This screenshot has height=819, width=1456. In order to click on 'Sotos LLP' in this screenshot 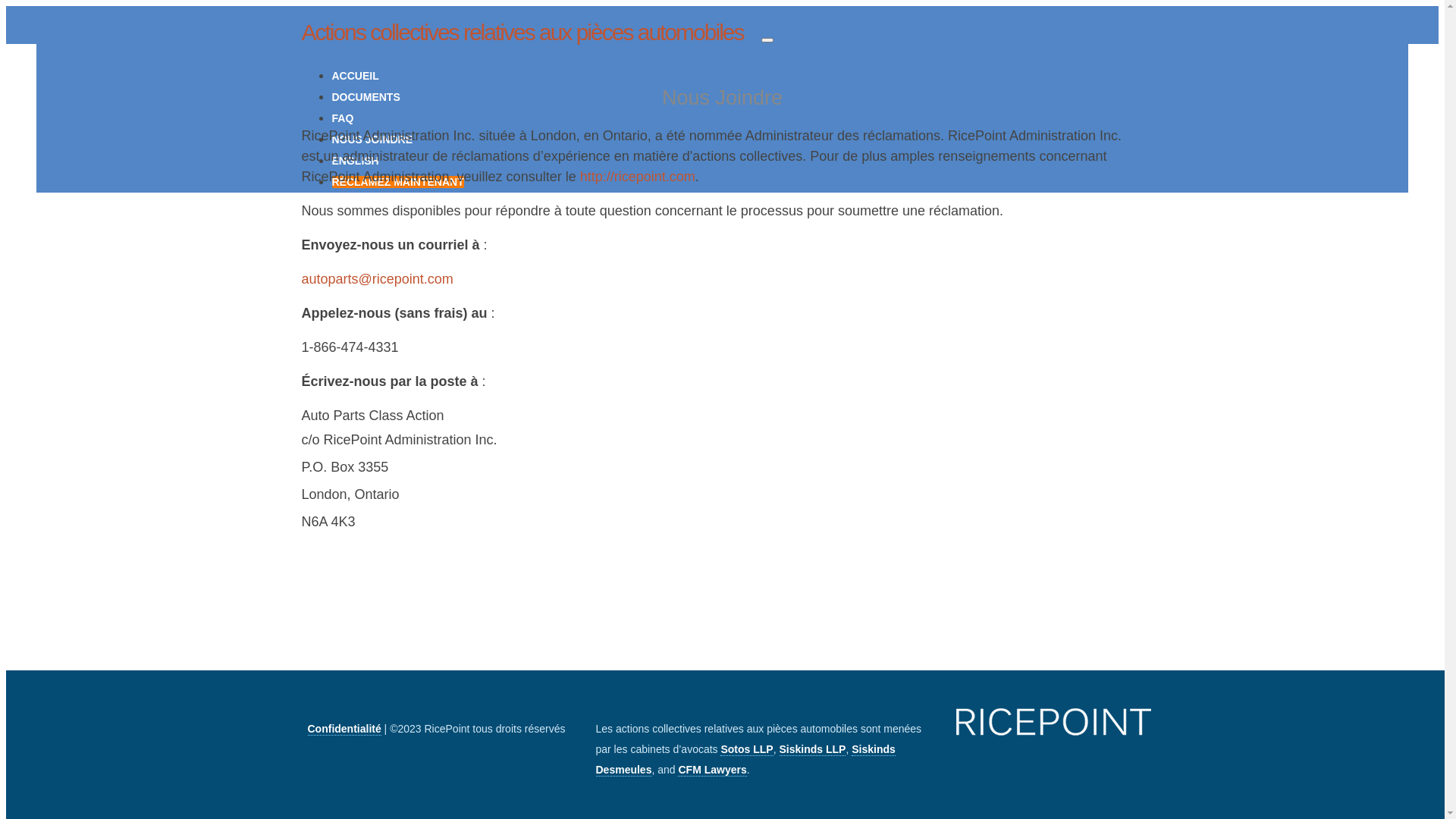, I will do `click(746, 748)`.